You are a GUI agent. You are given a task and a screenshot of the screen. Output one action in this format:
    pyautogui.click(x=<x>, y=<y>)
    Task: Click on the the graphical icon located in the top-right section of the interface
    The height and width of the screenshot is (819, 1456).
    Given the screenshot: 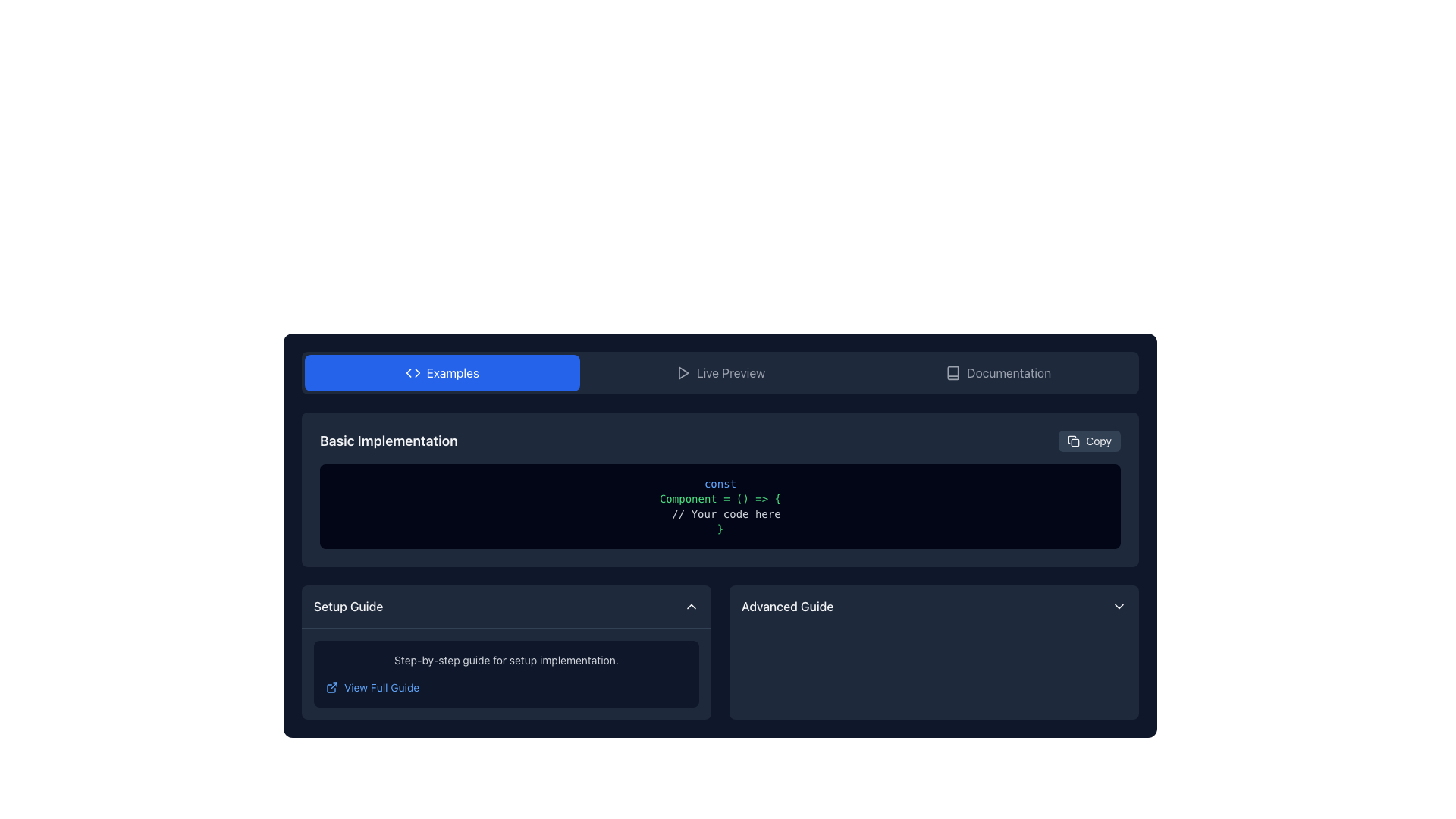 What is the action you would take?
    pyautogui.click(x=952, y=373)
    